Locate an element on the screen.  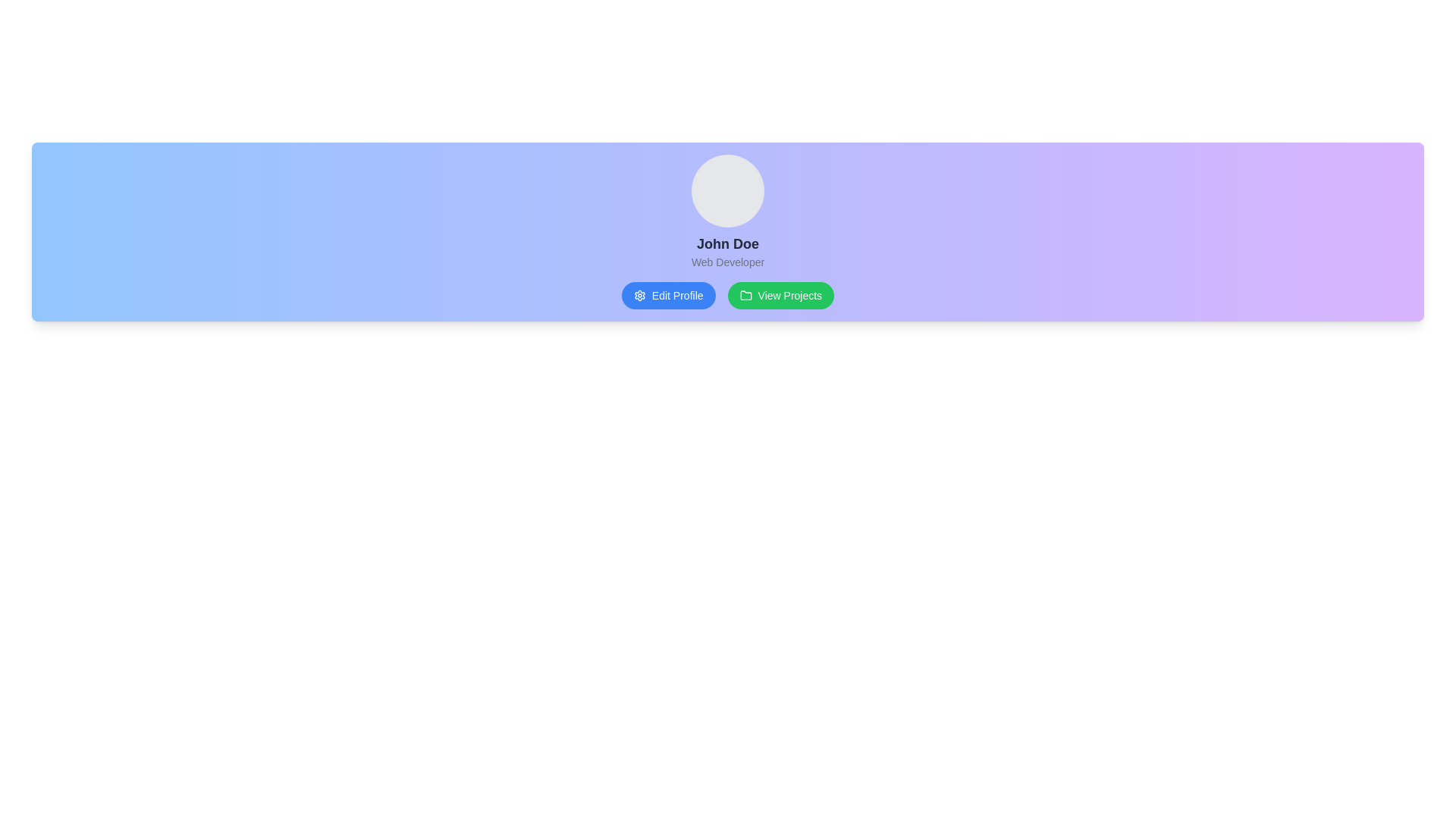
the folder icon within the 'View Projects' button located at the center bottom of the user profile card is located at coordinates (745, 295).